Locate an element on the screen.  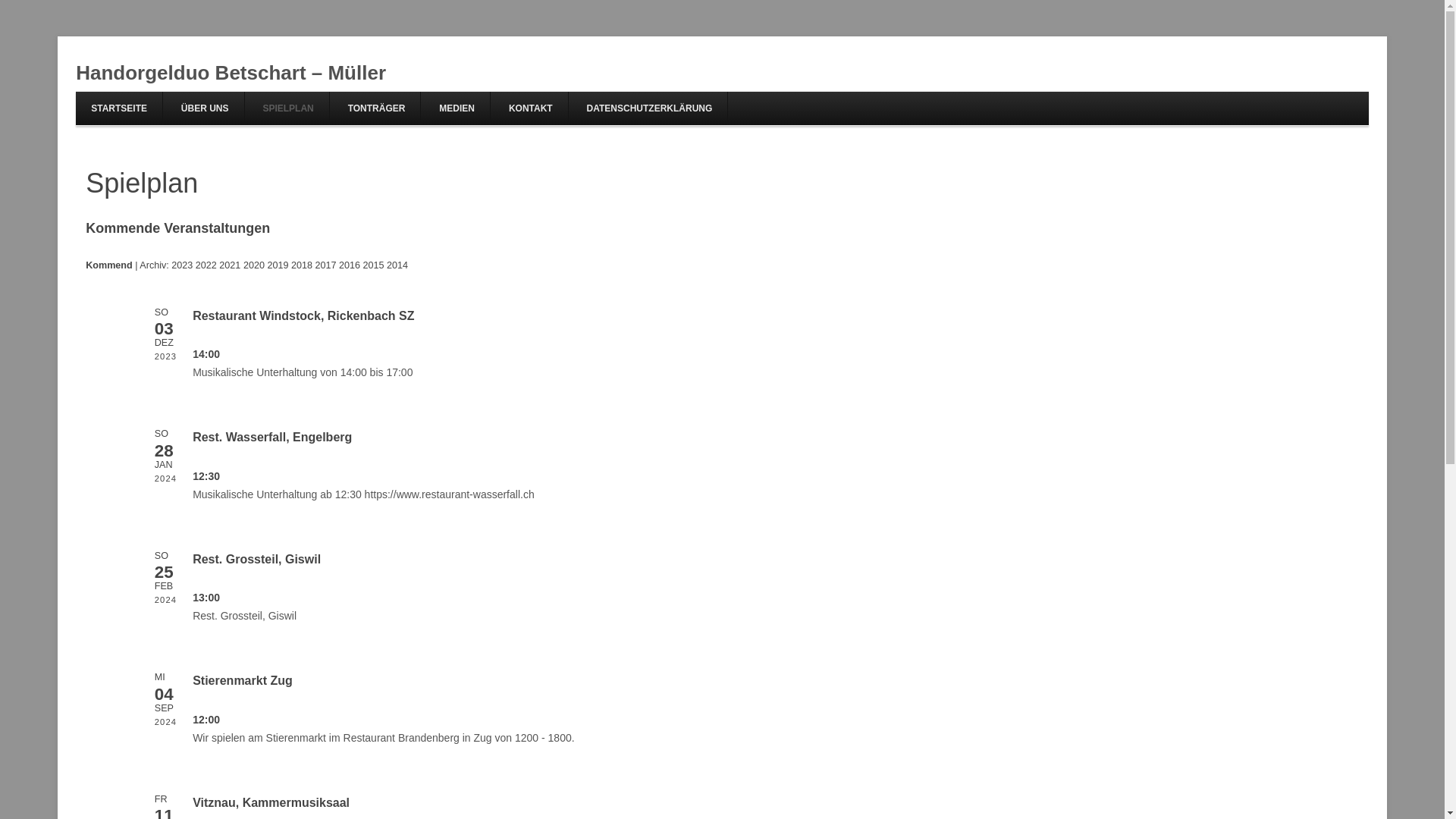
'2021' is located at coordinates (228, 265).